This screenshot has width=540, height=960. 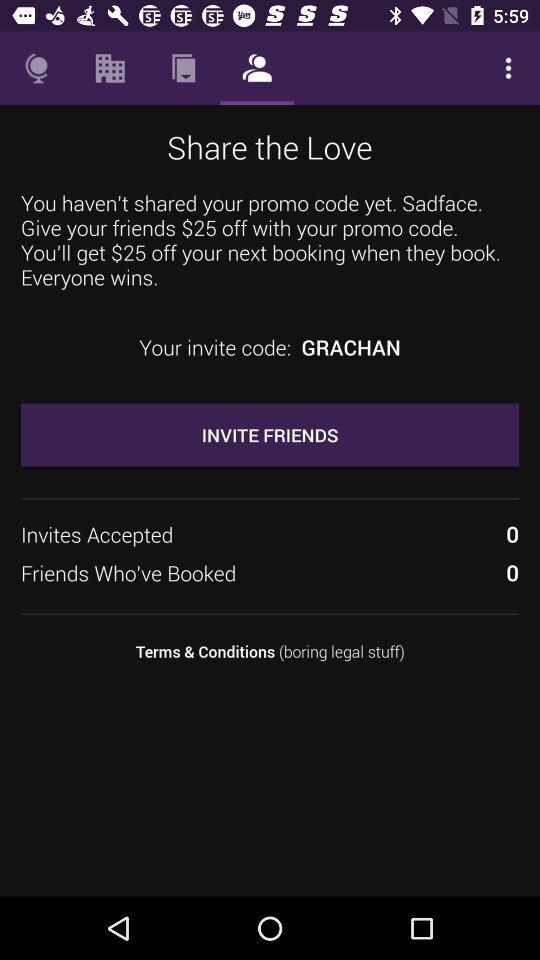 What do you see at coordinates (350, 347) in the screenshot?
I see `grachan` at bounding box center [350, 347].